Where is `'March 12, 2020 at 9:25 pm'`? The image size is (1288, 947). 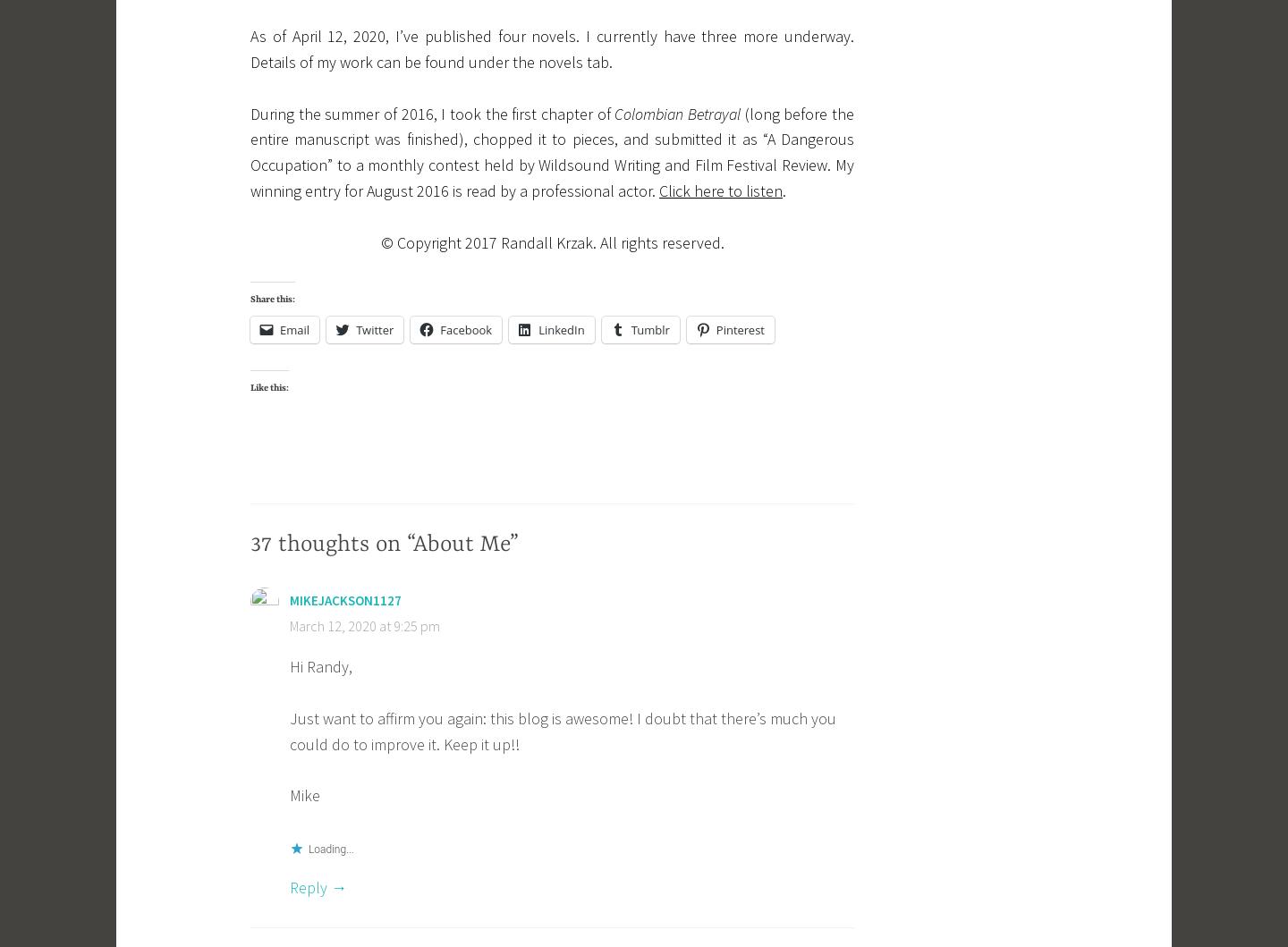
'March 12, 2020 at 9:25 pm' is located at coordinates (363, 625).